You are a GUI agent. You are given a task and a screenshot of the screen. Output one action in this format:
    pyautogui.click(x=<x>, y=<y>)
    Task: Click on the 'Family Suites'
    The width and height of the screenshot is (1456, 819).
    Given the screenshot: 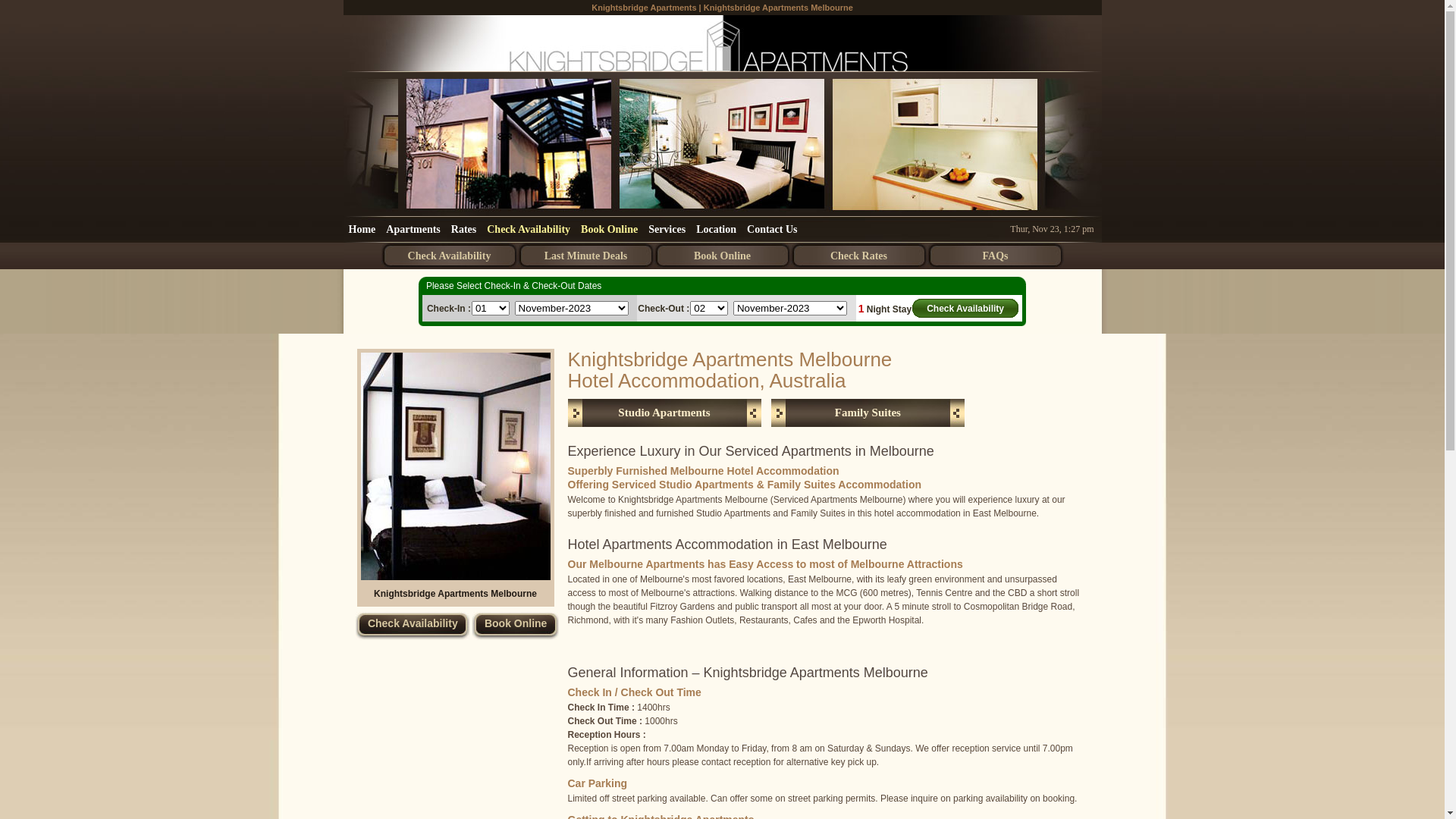 What is the action you would take?
    pyautogui.click(x=868, y=413)
    